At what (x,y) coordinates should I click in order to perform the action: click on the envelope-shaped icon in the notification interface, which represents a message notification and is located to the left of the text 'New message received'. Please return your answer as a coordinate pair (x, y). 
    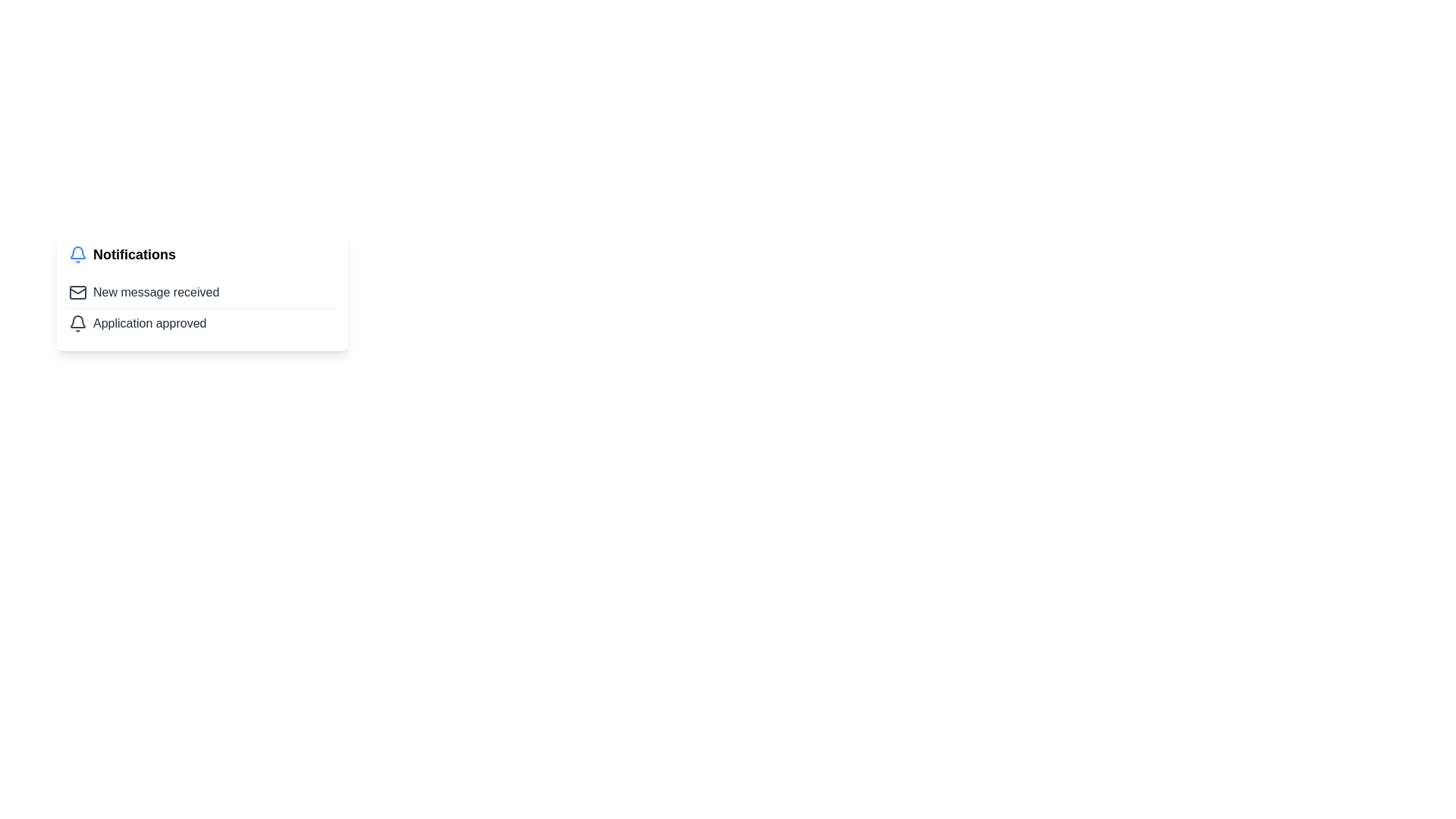
    Looking at the image, I should click on (77, 292).